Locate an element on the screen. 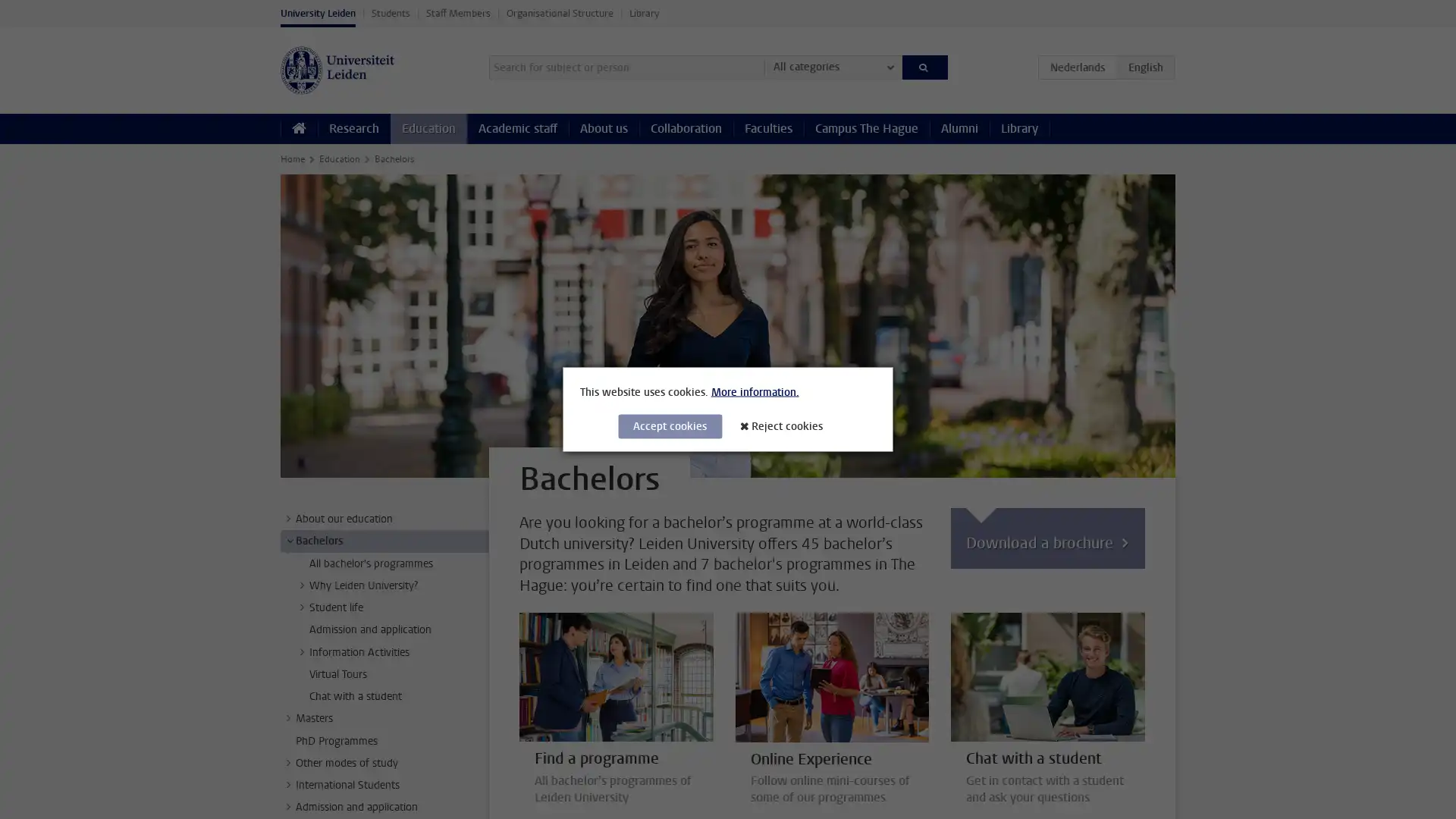 The image size is (1456, 819). > is located at coordinates (302, 584).